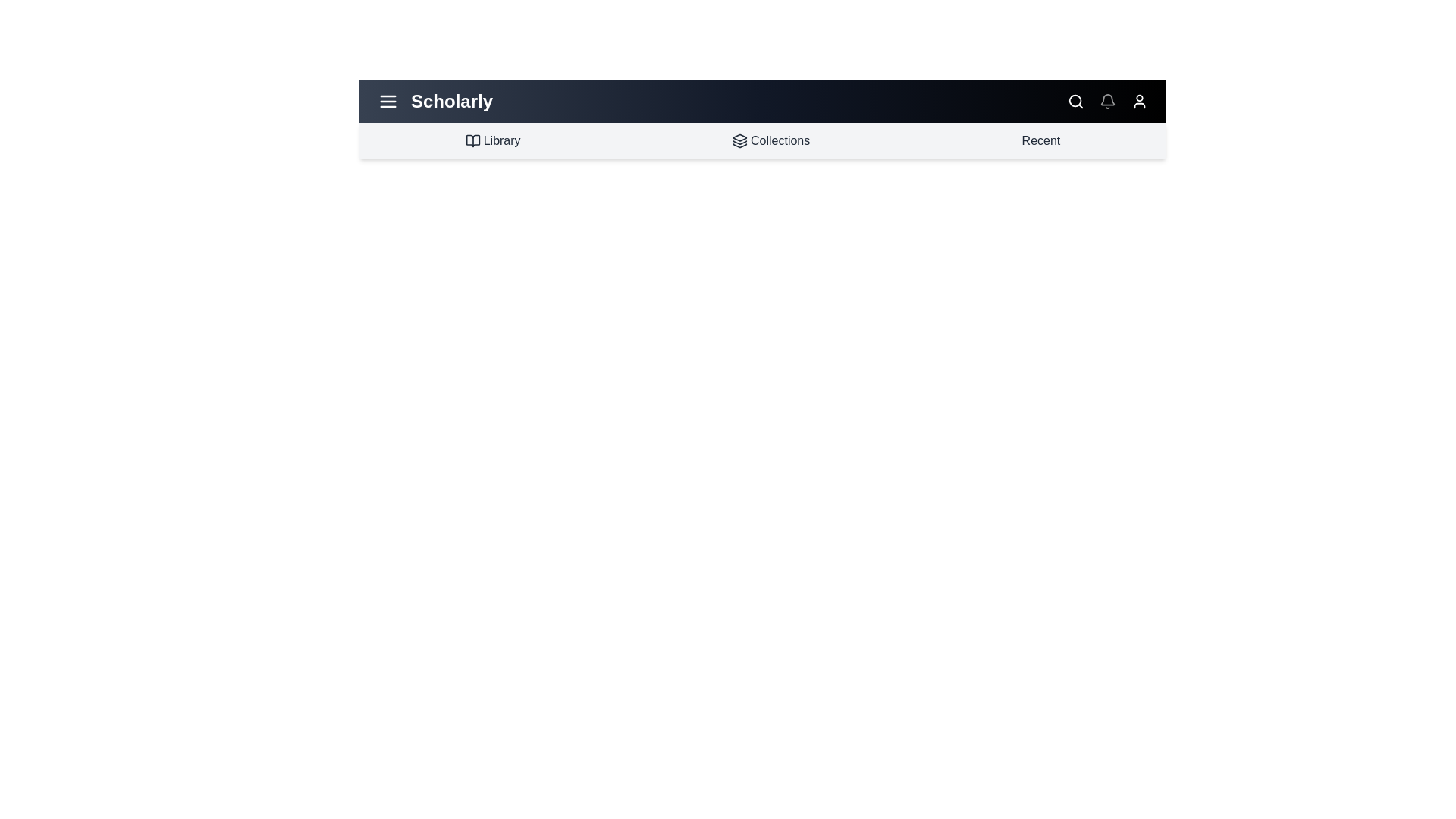 The image size is (1456, 819). I want to click on the notifications icon in the app bar, so click(1107, 102).